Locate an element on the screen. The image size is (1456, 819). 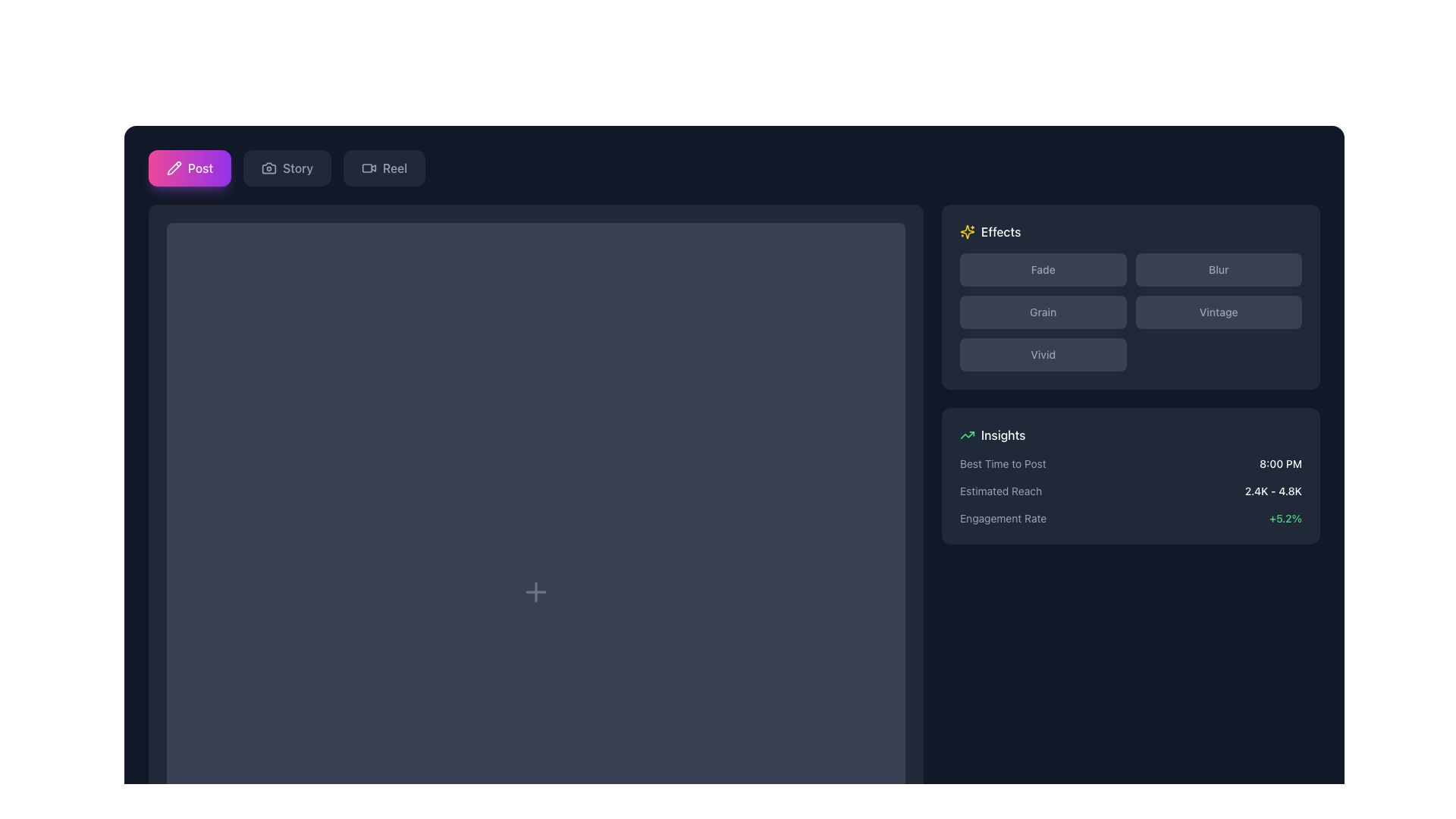
the vibrant gradient button labeled 'Post' on the left side of the button row to initiate post creation is located at coordinates (189, 168).